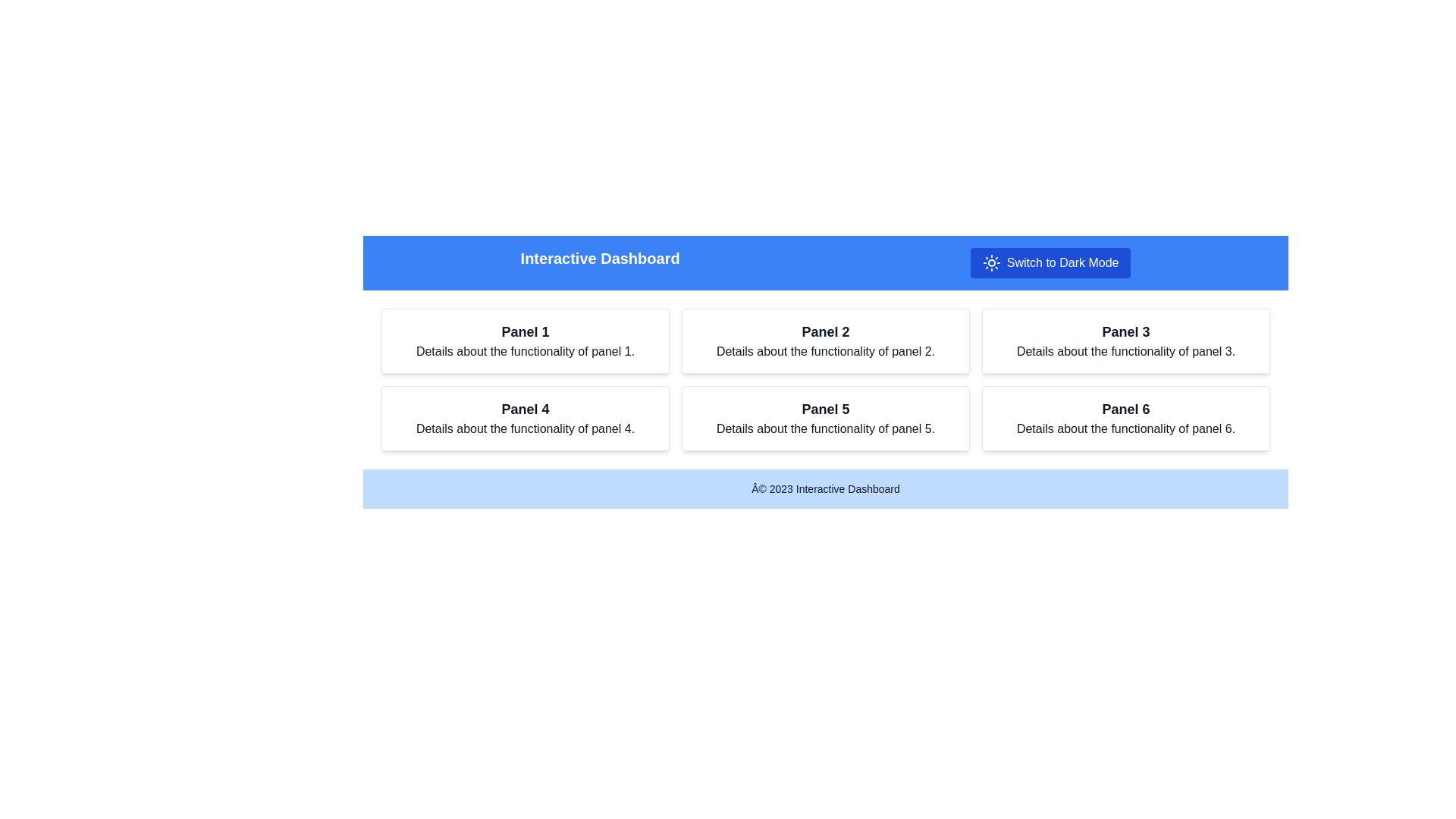  Describe the element at coordinates (825, 429) in the screenshot. I see `descriptive text element that says 'Details about the functionality of panel 5.' which is located beneath the title 'Panel 5.' in the center panel of the second row` at that location.